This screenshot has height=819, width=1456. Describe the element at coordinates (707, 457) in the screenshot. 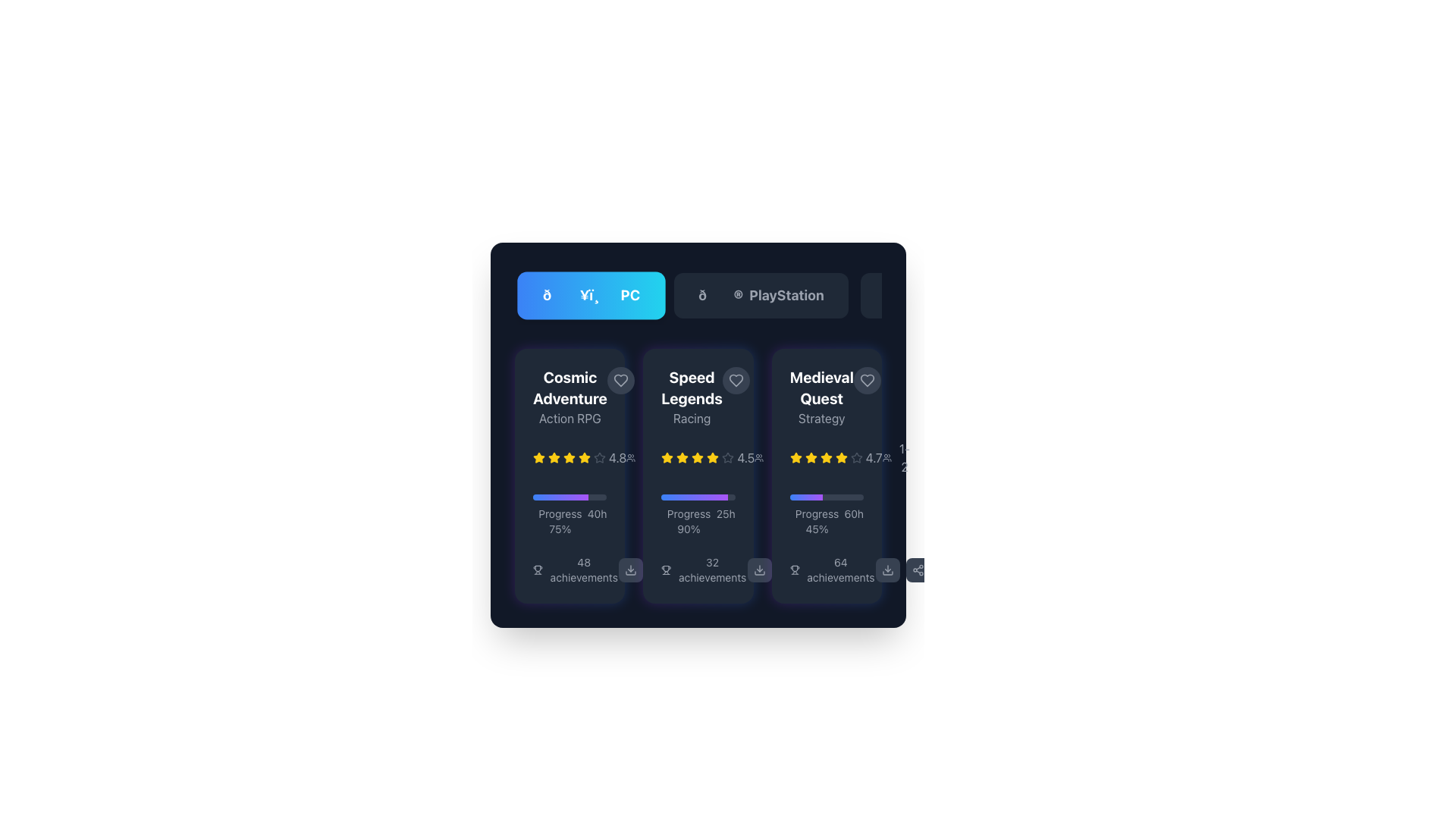

I see `the Rating Display with Text, which visually represents the user rating score for the item, located centrally at the top of the middle card in a three-column layout` at that location.